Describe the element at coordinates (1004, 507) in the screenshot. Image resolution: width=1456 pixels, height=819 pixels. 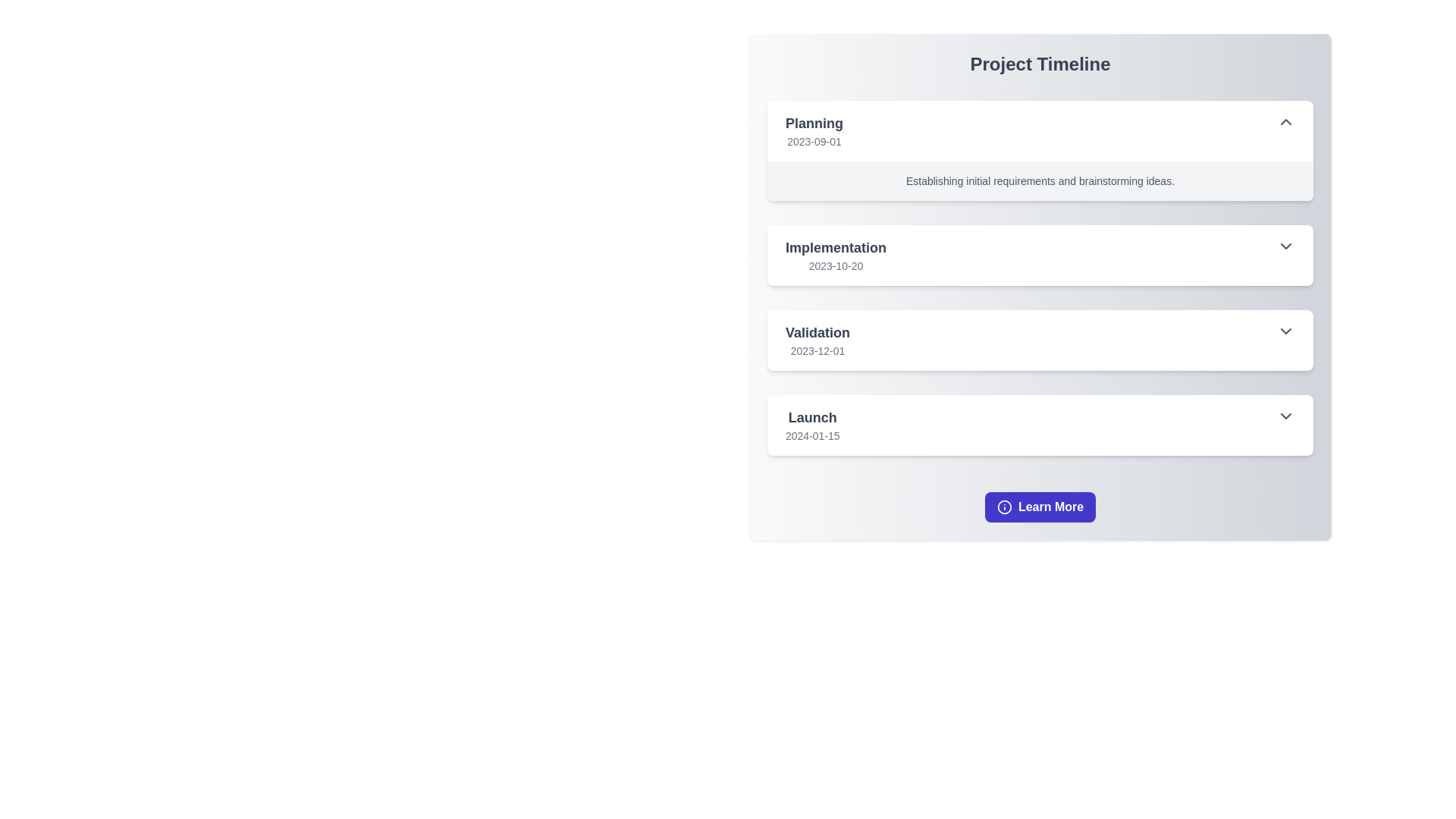
I see `the small circular blue icon with a vertical line and a dot, located inside the 'Learn More' button at the bottom-center of the interface` at that location.